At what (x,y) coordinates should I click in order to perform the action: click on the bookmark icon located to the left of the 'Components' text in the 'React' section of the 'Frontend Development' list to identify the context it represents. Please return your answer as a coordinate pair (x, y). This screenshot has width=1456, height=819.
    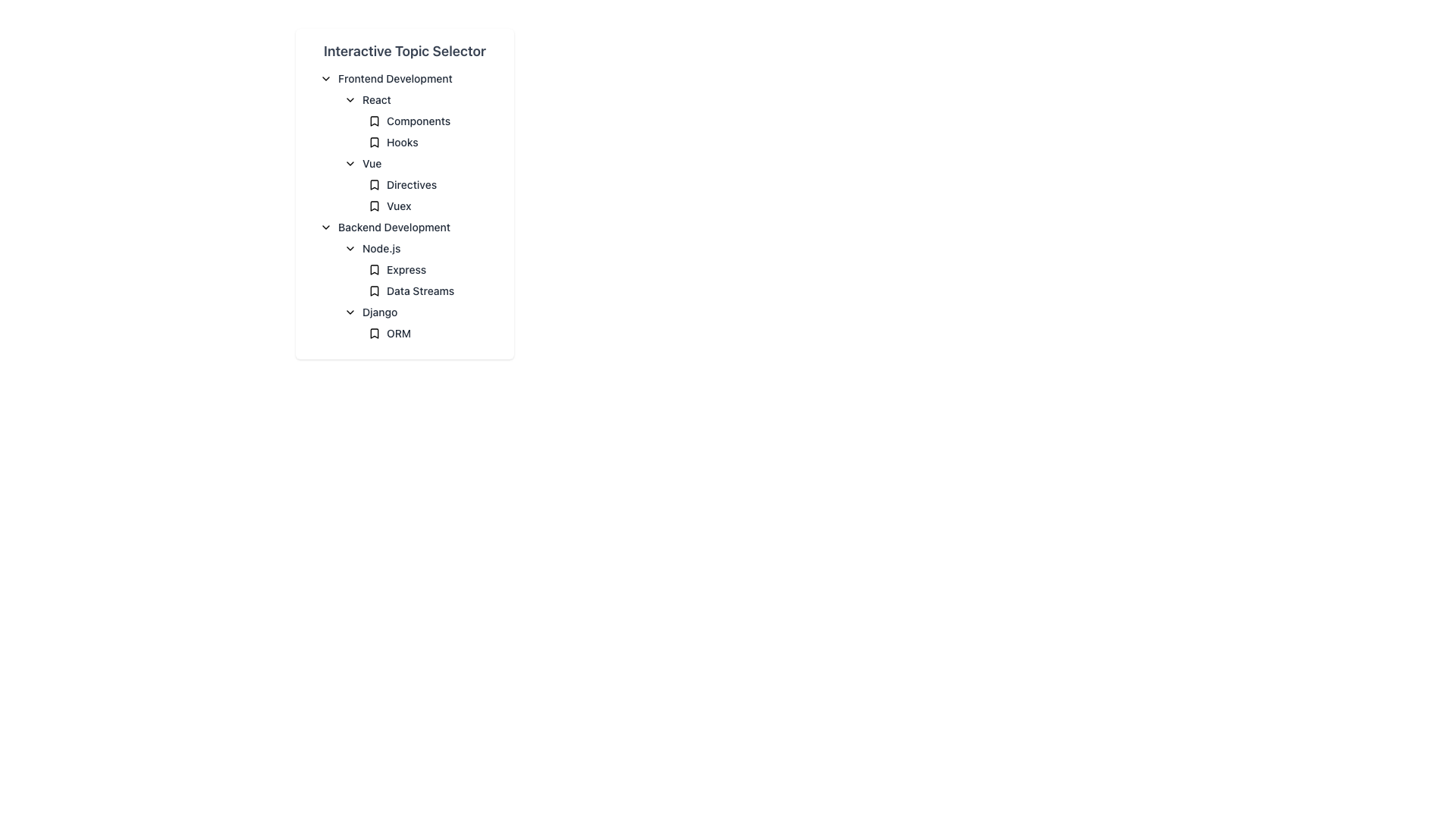
    Looking at the image, I should click on (375, 120).